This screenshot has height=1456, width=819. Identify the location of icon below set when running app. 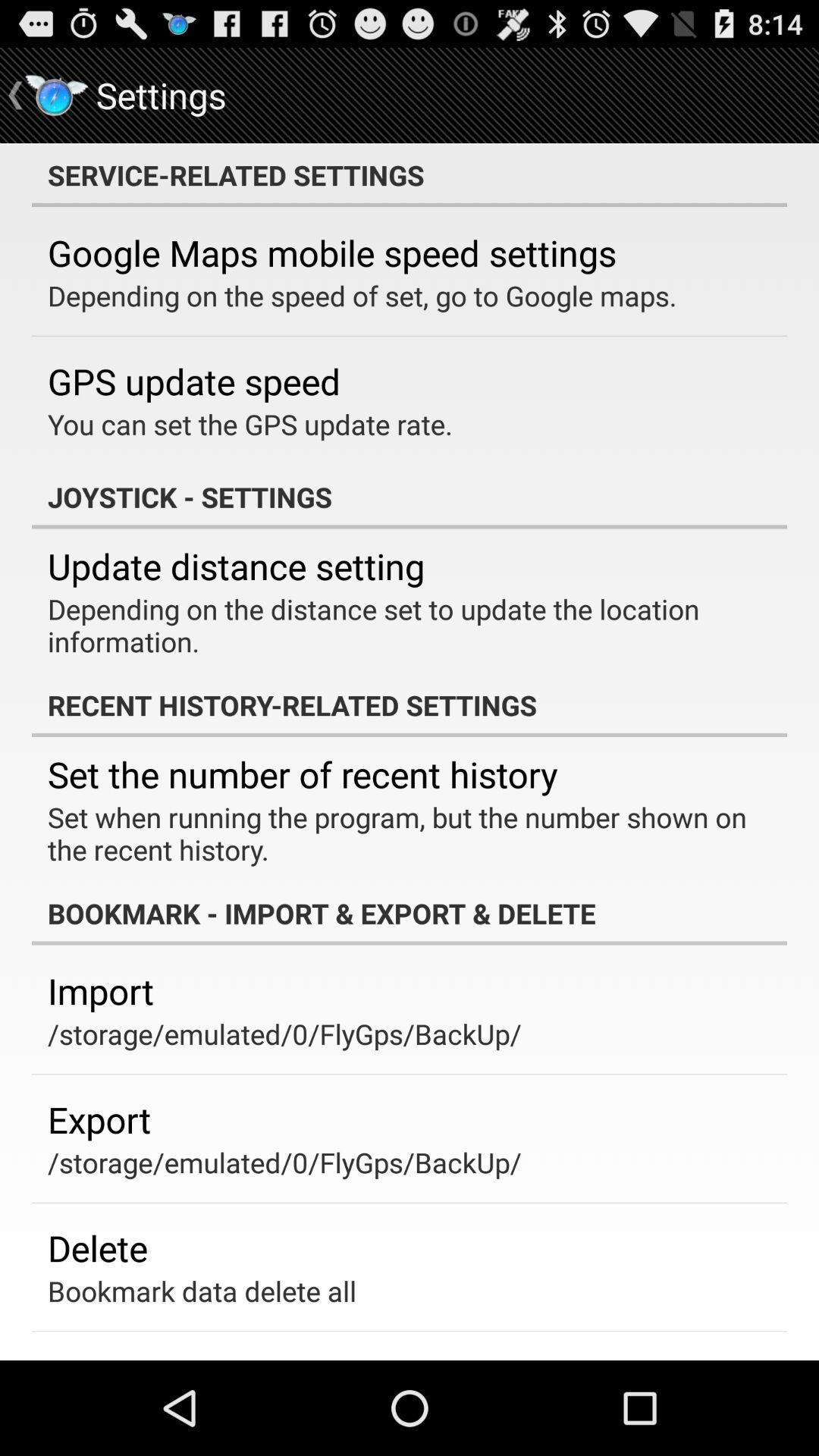
(409, 912).